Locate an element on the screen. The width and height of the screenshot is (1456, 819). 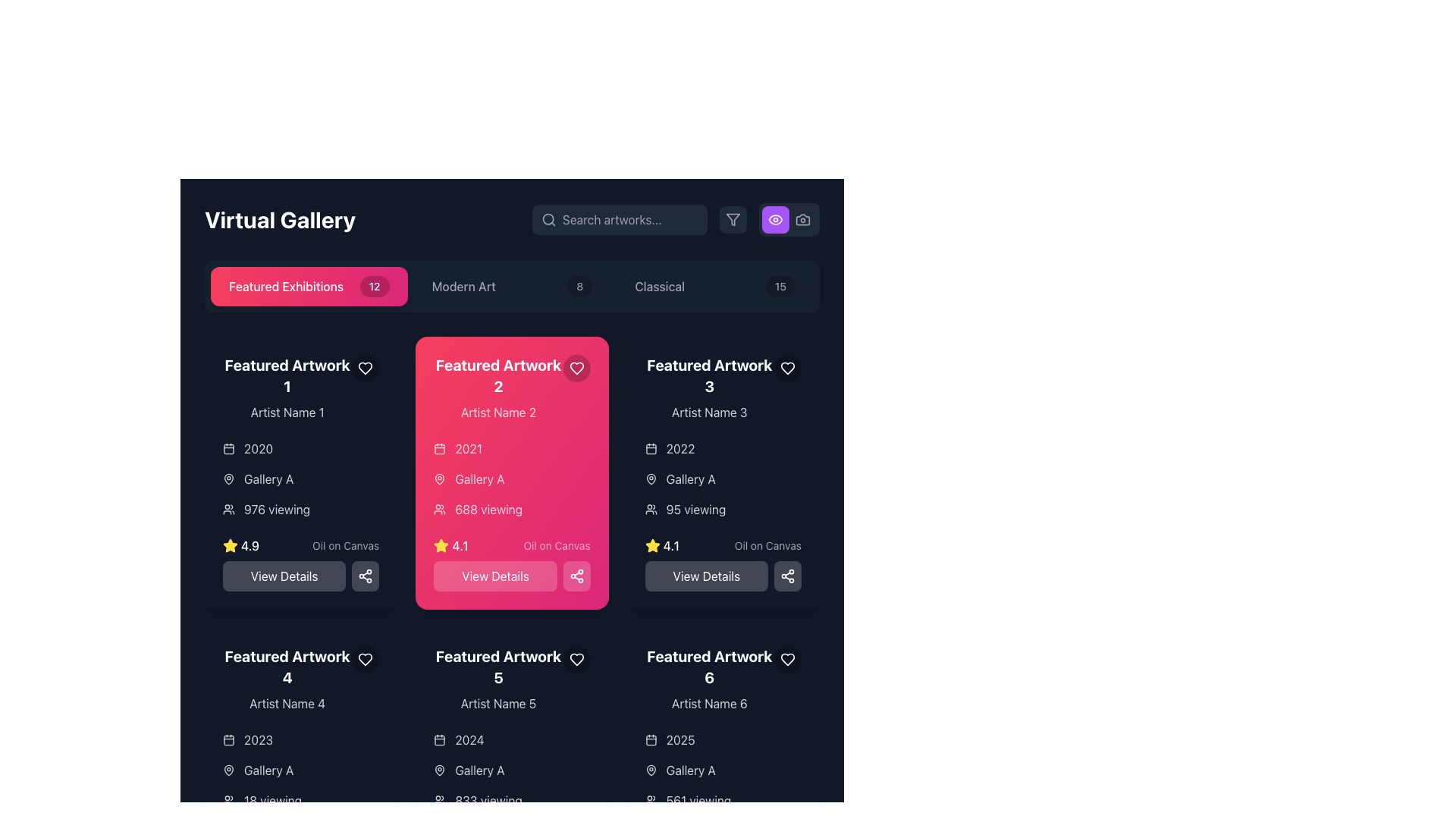
text displayed in the Text Label element showing '2021' on a vibrant pink background, located below 'Artist Name 2' in the 'Featured Artwork 2' card is located at coordinates (468, 447).